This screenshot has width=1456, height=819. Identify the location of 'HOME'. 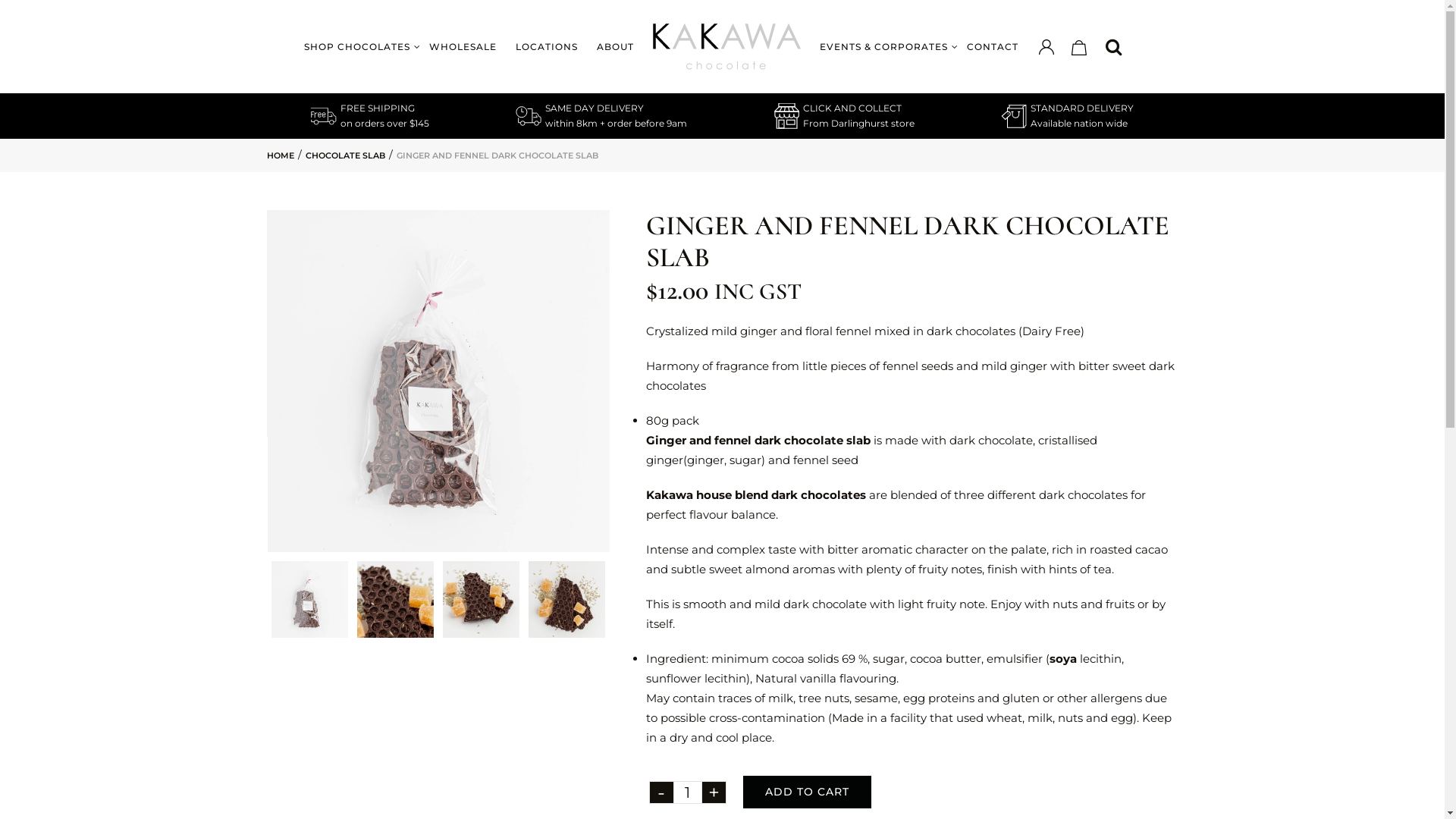
(280, 155).